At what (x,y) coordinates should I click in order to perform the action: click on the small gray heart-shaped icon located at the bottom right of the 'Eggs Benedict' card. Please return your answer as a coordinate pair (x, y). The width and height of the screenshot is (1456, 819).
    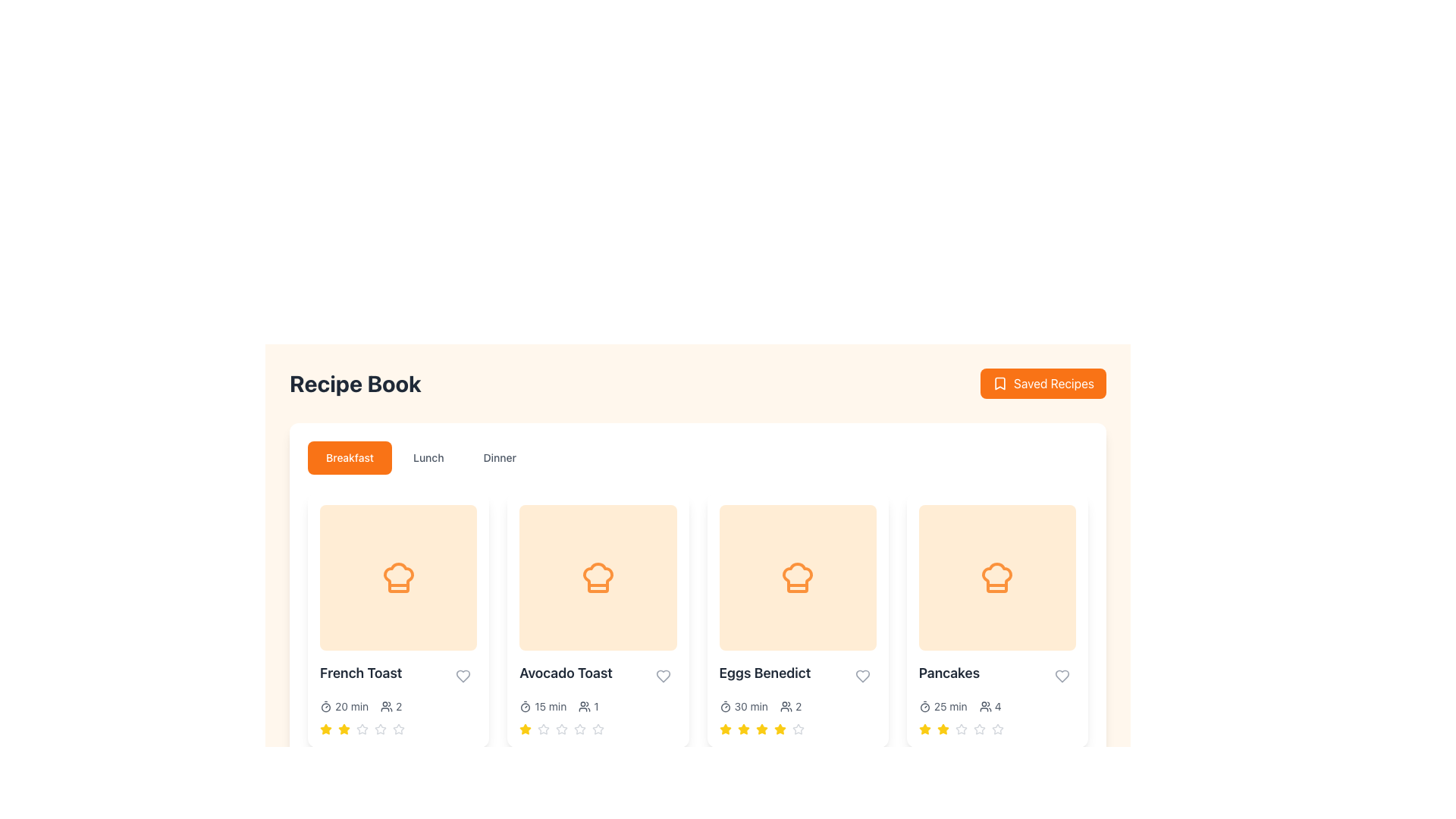
    Looking at the image, I should click on (862, 675).